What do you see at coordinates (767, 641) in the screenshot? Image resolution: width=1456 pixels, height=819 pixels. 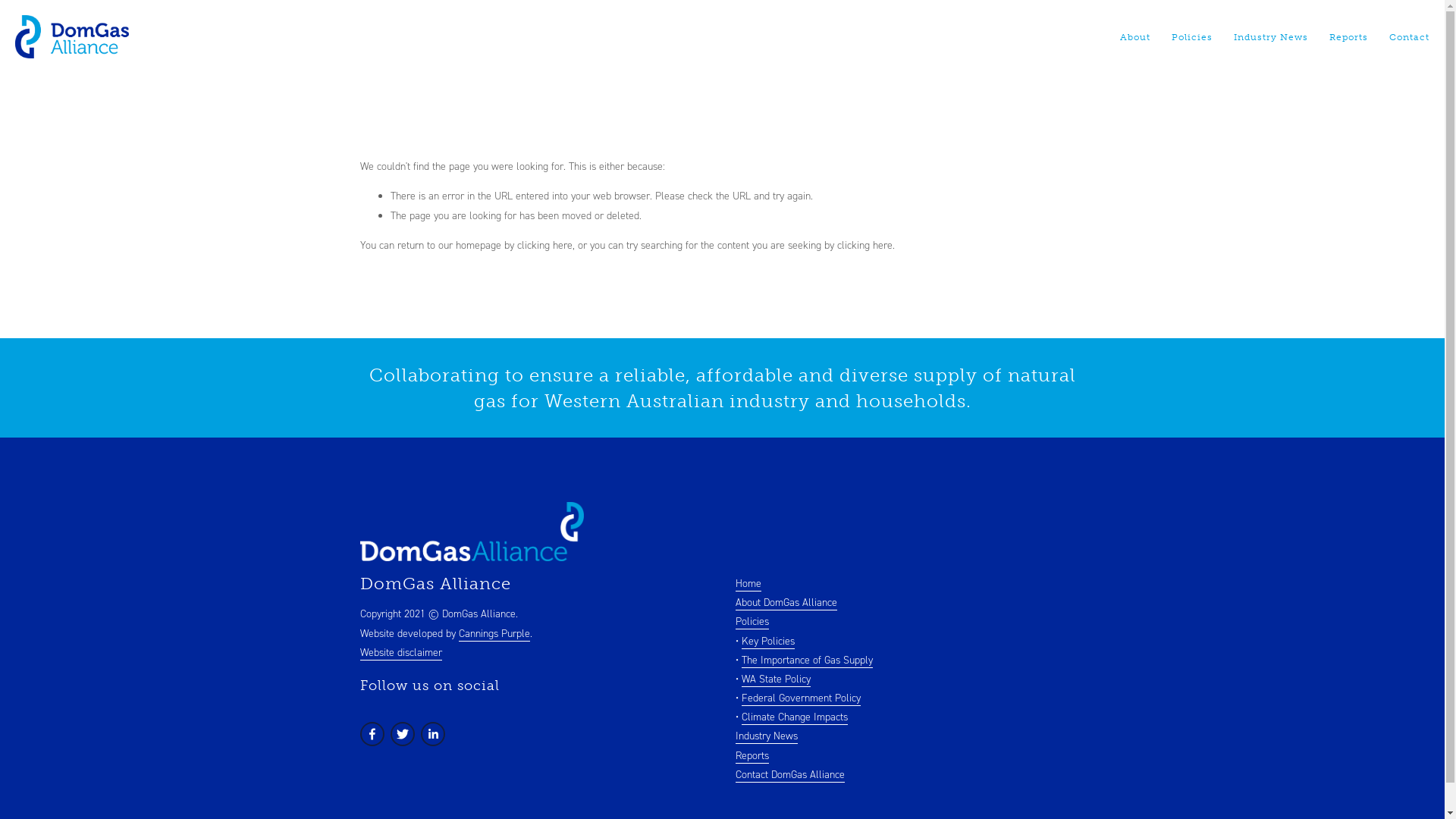 I see `'Key Policies'` at bounding box center [767, 641].